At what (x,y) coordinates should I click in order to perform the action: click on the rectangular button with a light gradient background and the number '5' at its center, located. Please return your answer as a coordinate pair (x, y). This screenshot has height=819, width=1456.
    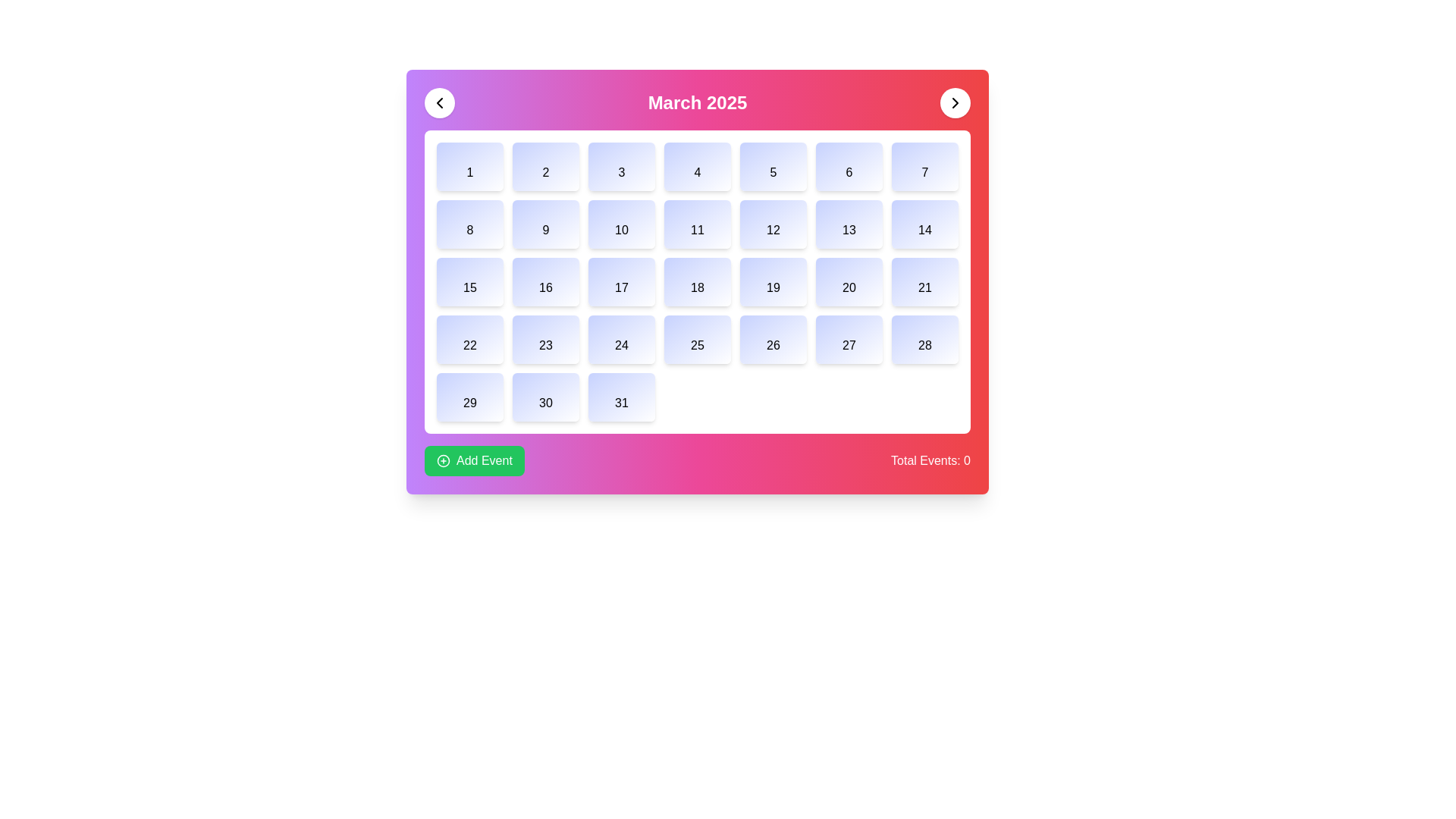
    Looking at the image, I should click on (773, 166).